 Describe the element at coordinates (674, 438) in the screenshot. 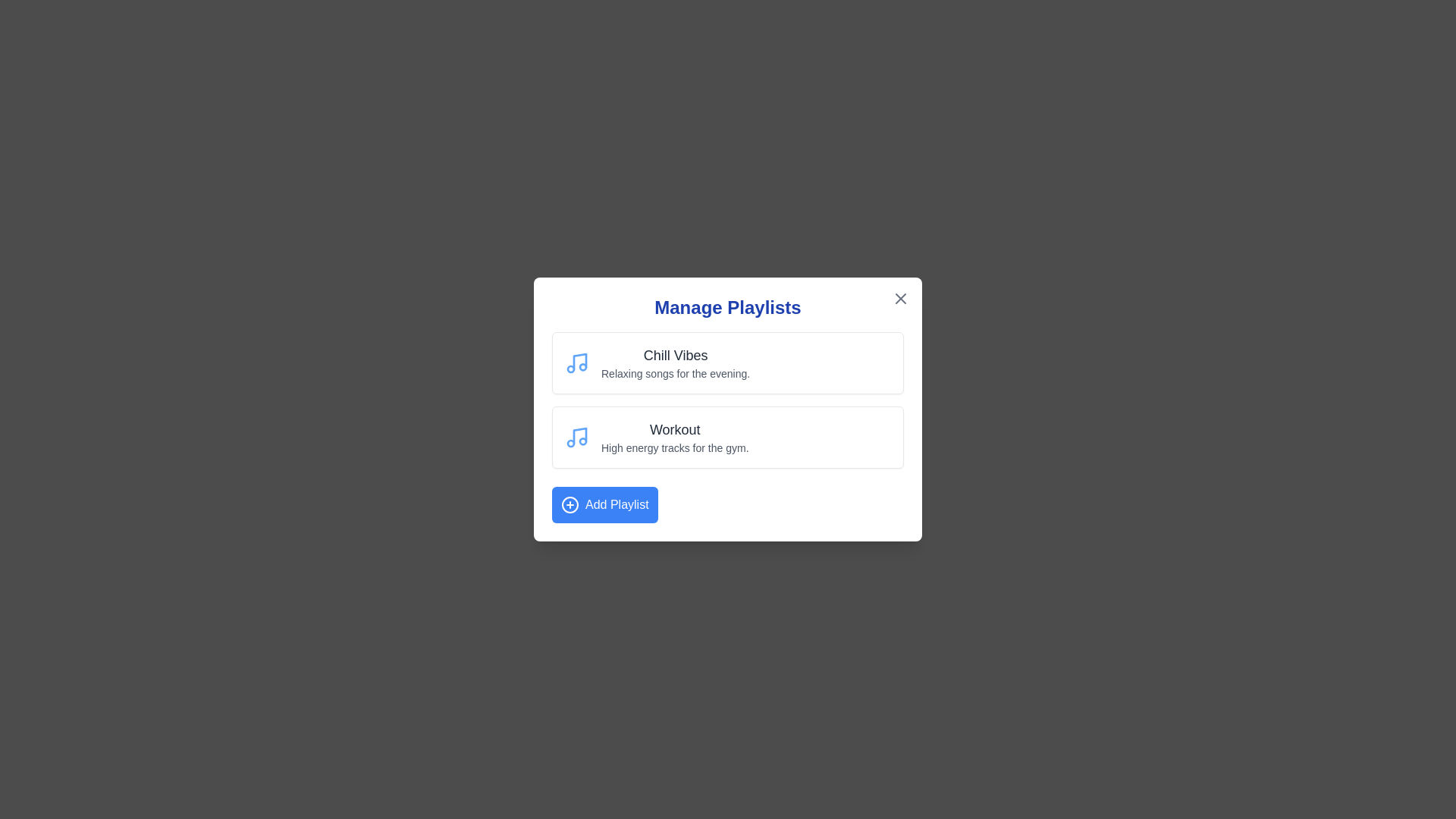

I see `the second playlist item in the 'Manage Playlists' modal dialog` at that location.